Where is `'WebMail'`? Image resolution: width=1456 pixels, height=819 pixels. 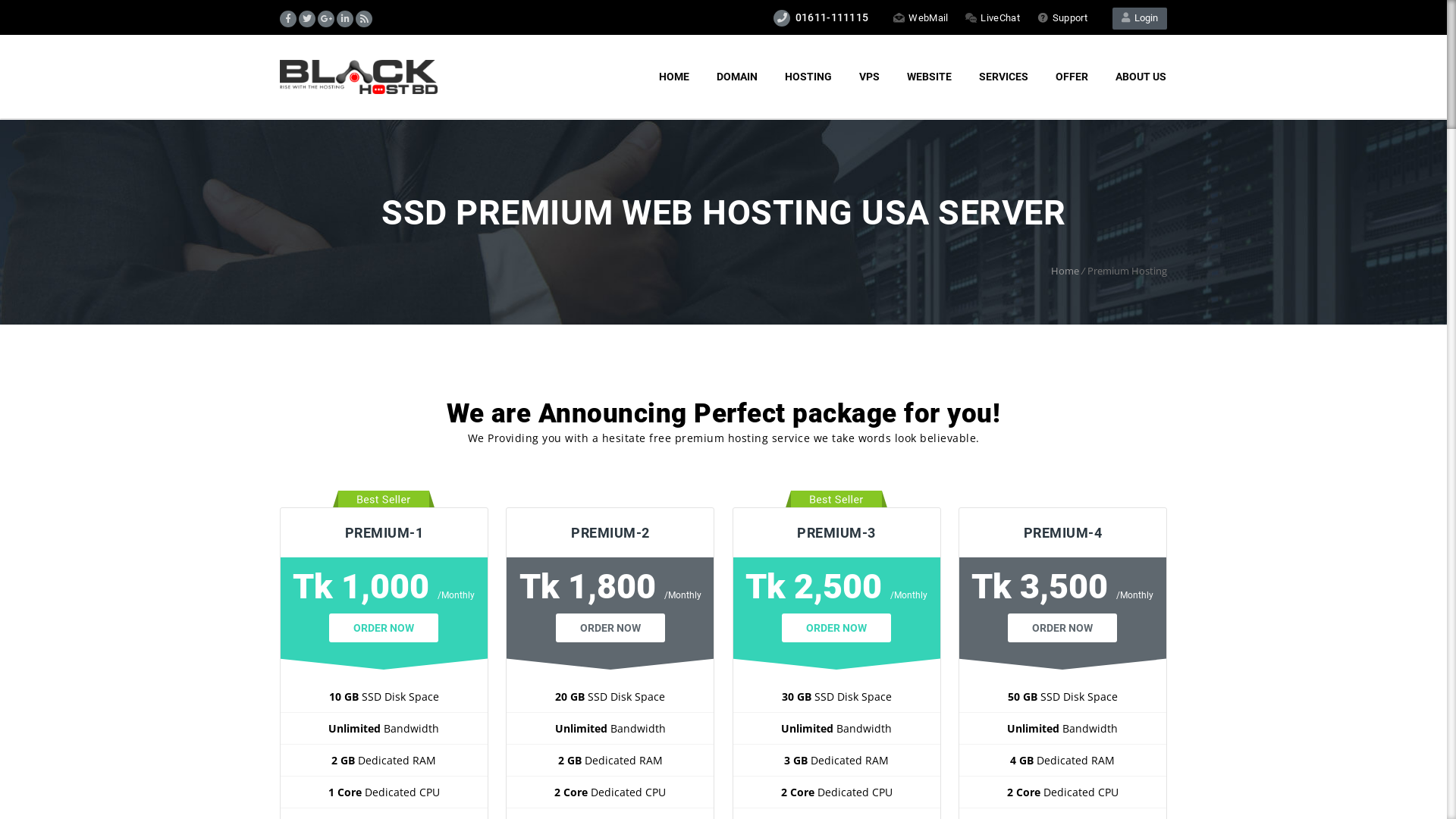 'WebMail' is located at coordinates (920, 17).